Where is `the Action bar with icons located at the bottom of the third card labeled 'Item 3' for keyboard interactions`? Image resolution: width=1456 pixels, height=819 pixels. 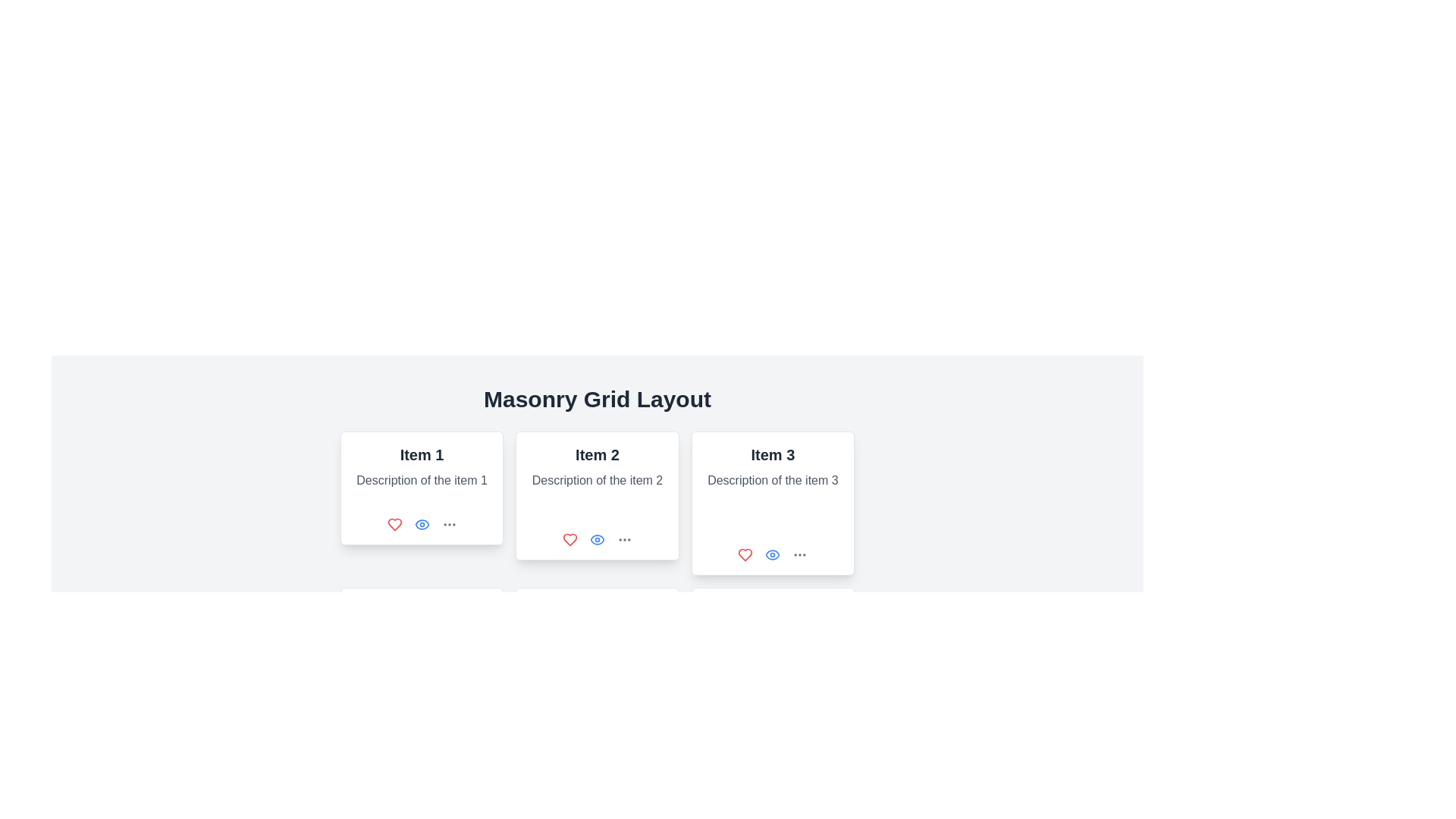
the Action bar with icons located at the bottom of the third card labeled 'Item 3' for keyboard interactions is located at coordinates (773, 555).